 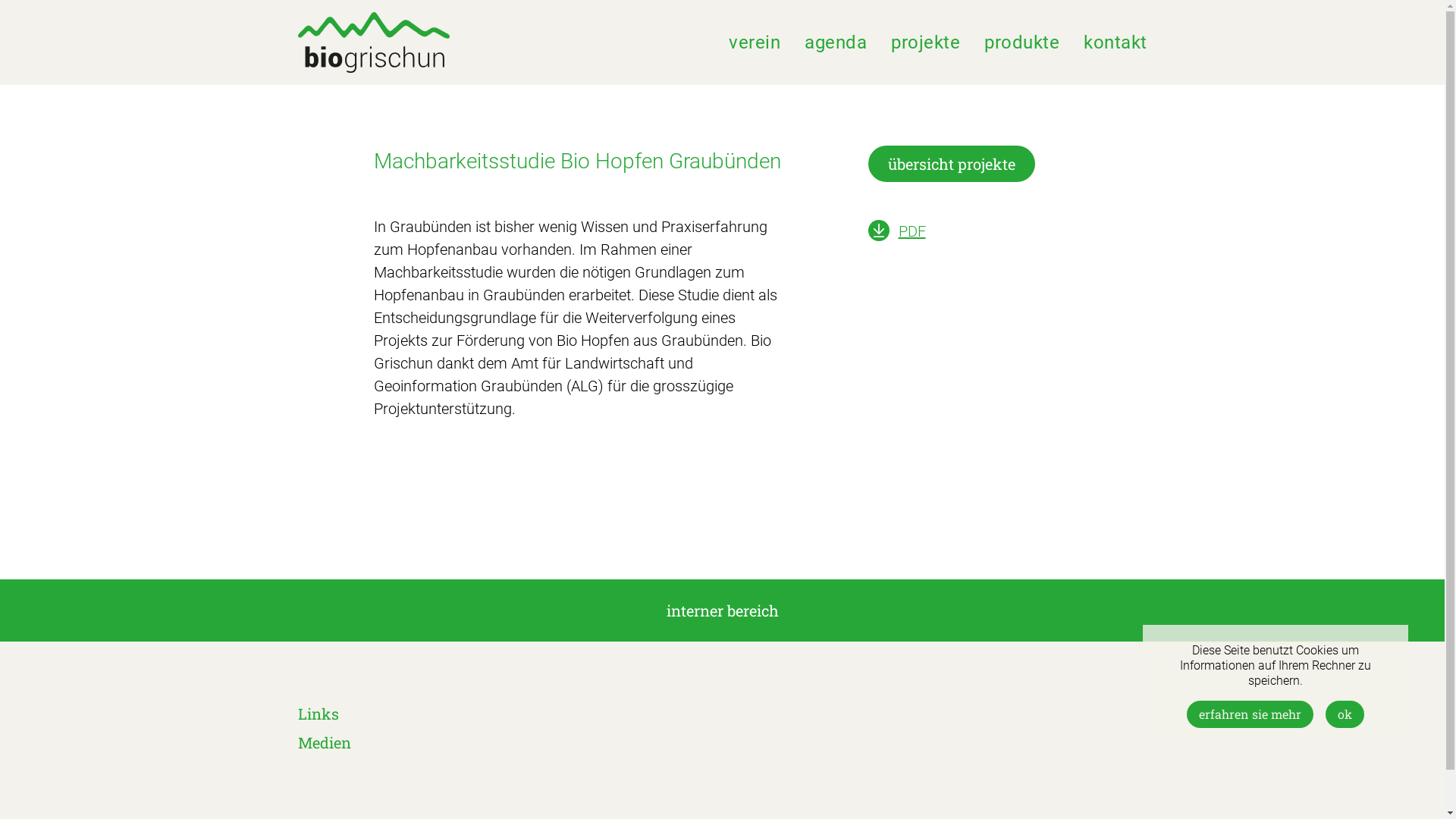 I want to click on 'ok', so click(x=1345, y=714).